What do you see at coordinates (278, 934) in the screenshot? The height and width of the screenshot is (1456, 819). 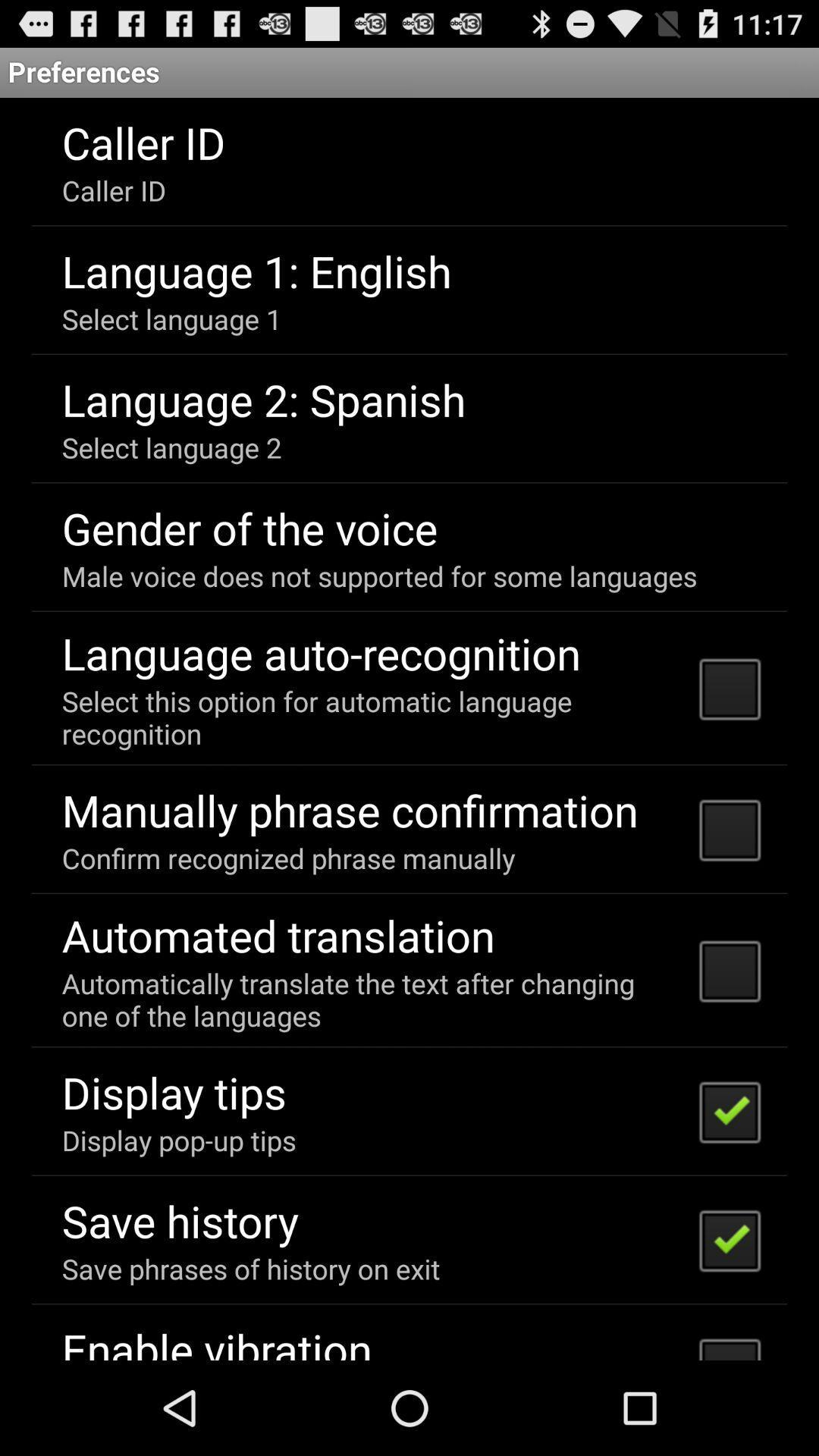 I see `automated translation` at bounding box center [278, 934].